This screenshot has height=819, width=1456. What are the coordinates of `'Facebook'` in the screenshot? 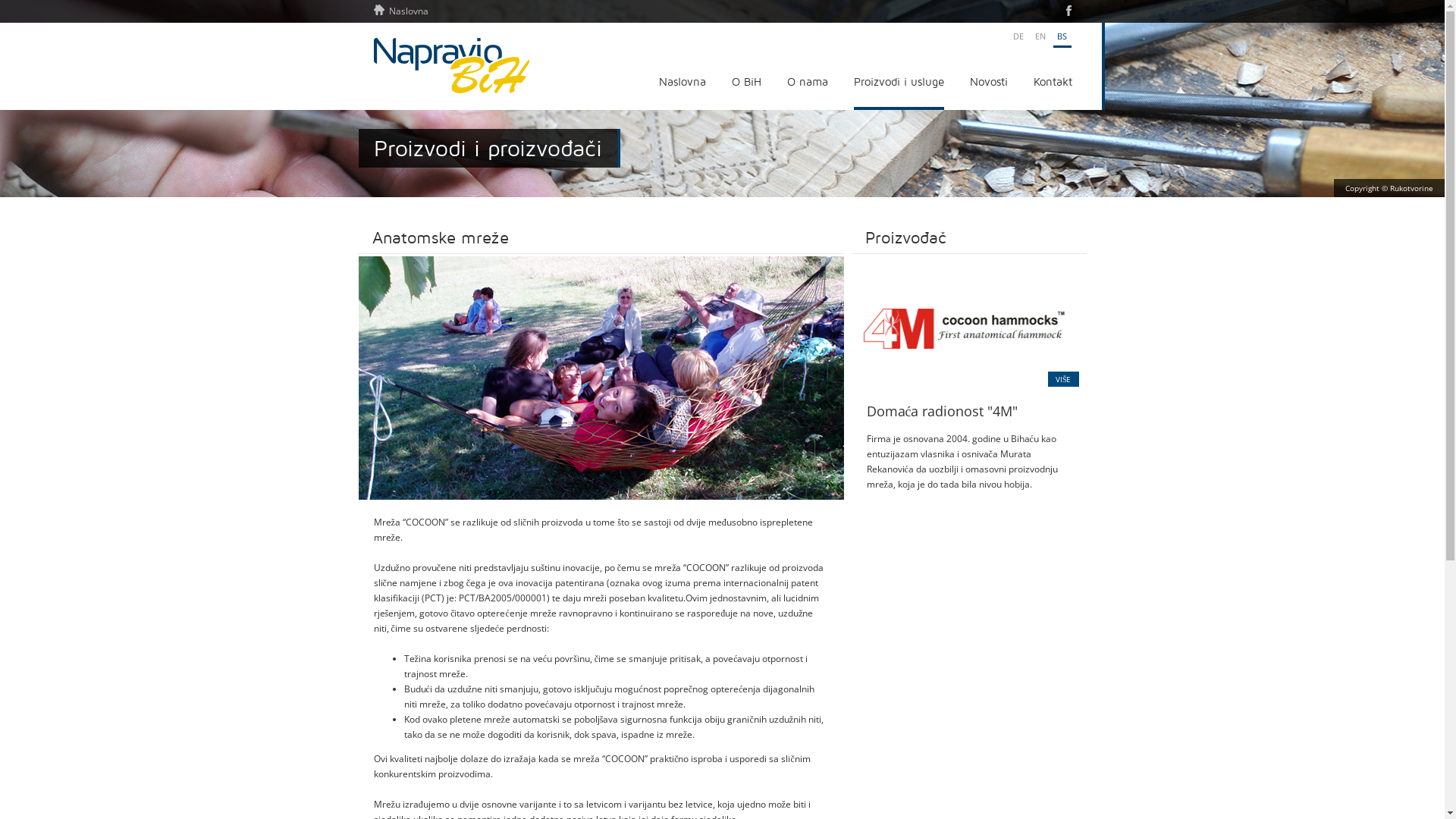 It's located at (1068, 11).